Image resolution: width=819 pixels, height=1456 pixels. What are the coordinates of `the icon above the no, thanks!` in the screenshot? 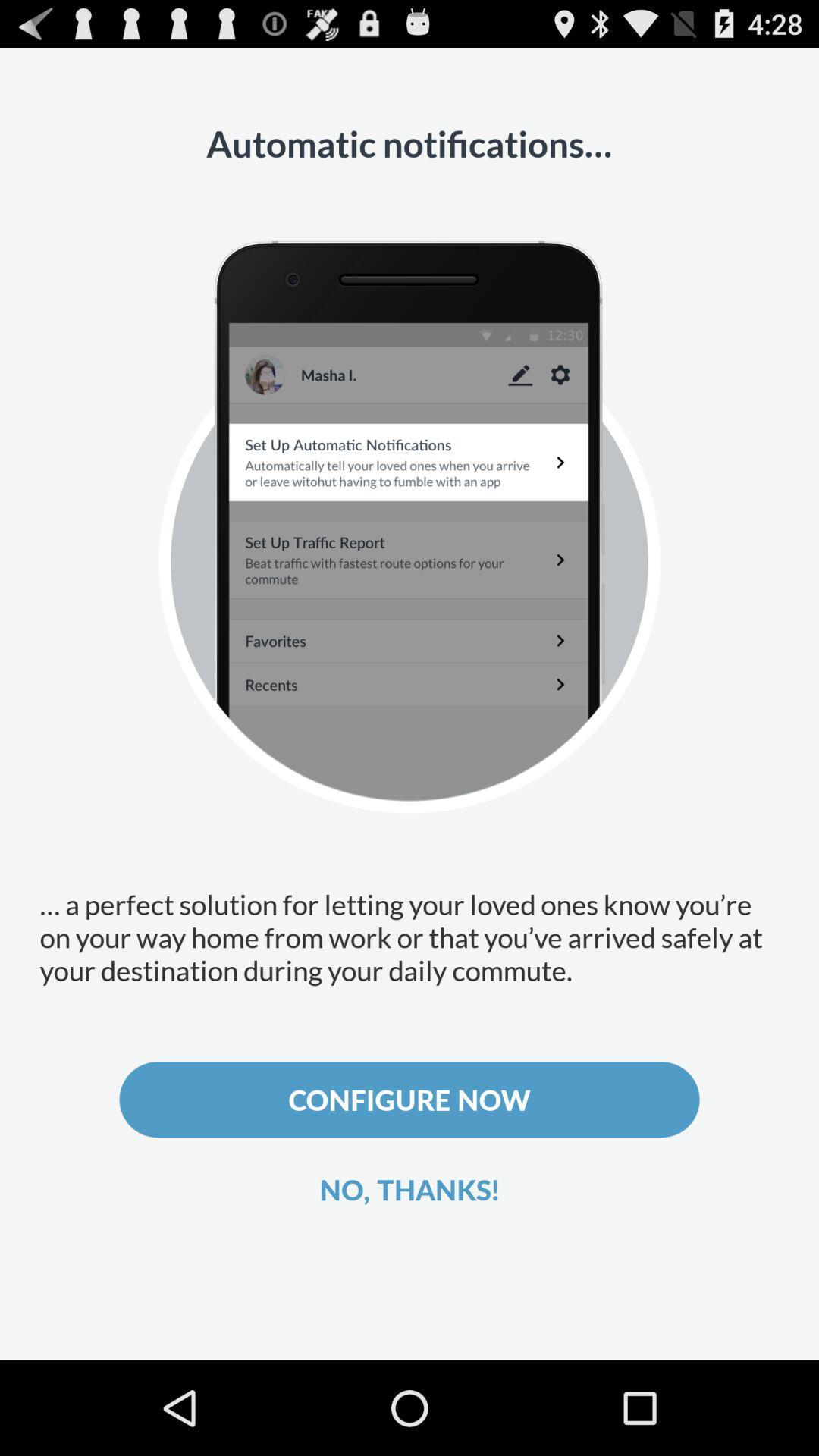 It's located at (409, 1100).